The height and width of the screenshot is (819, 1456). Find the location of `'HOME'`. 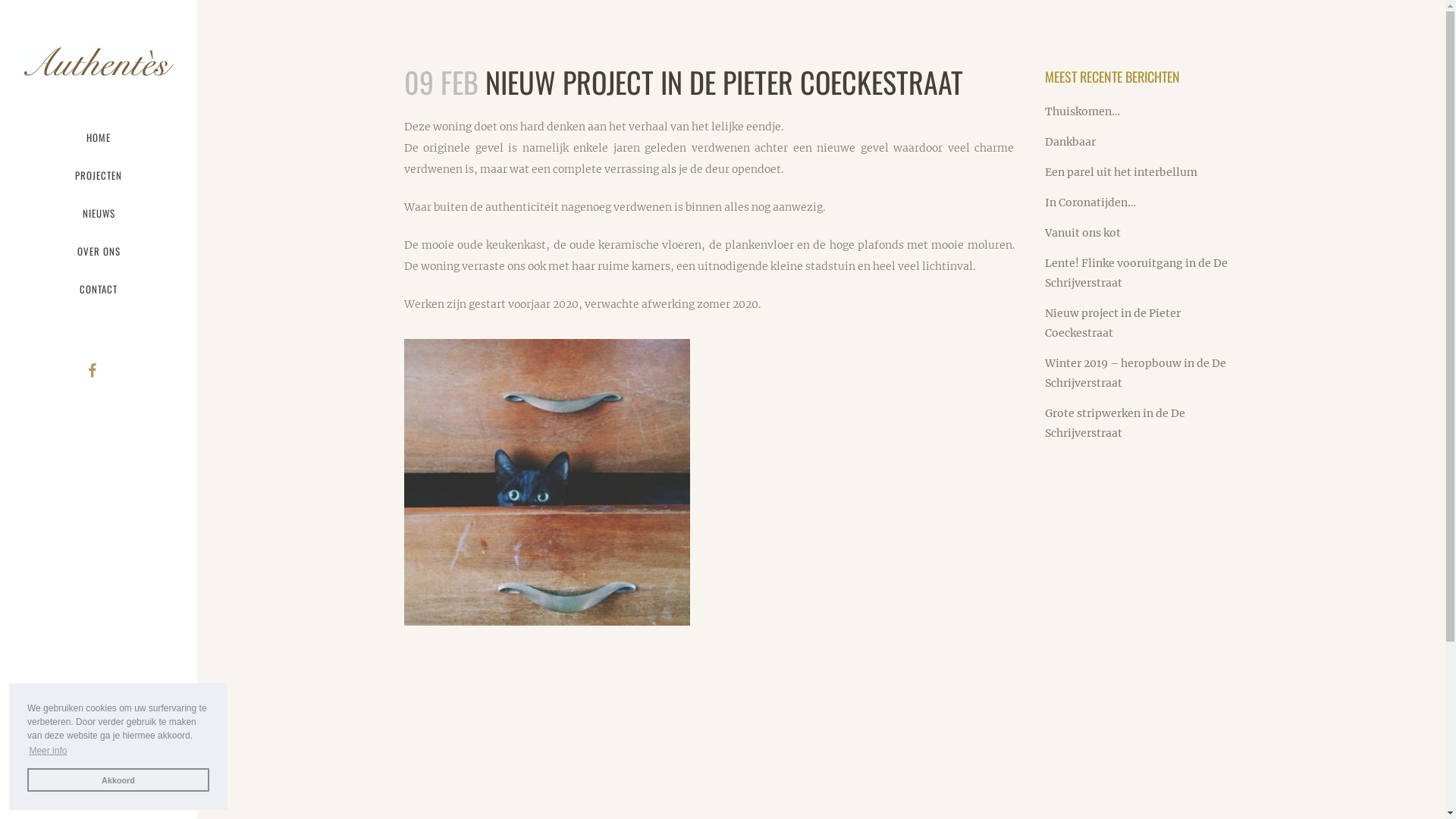

'HOME' is located at coordinates (22, 137).